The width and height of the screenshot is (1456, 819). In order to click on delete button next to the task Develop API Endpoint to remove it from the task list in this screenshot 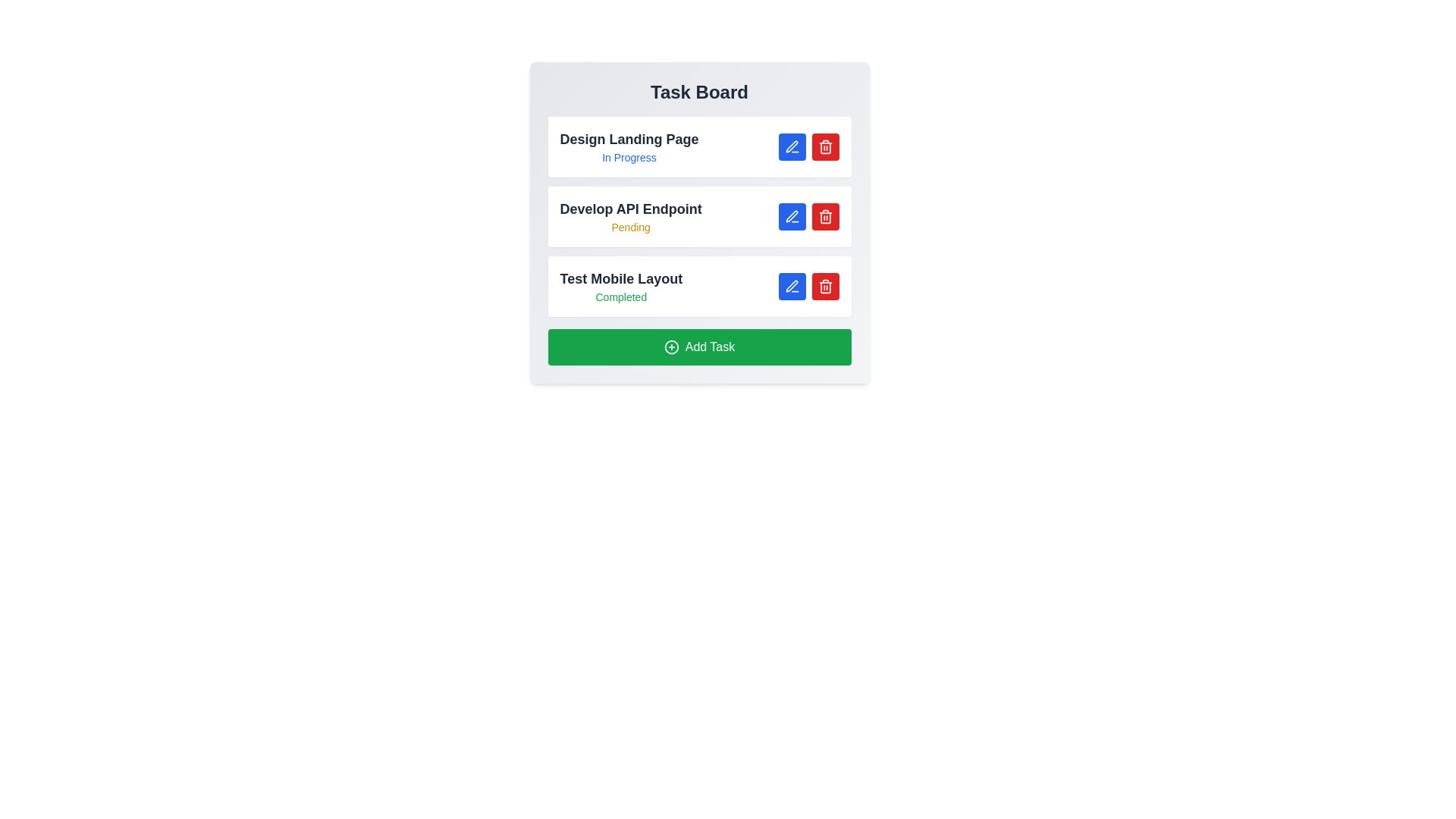, I will do `click(824, 216)`.